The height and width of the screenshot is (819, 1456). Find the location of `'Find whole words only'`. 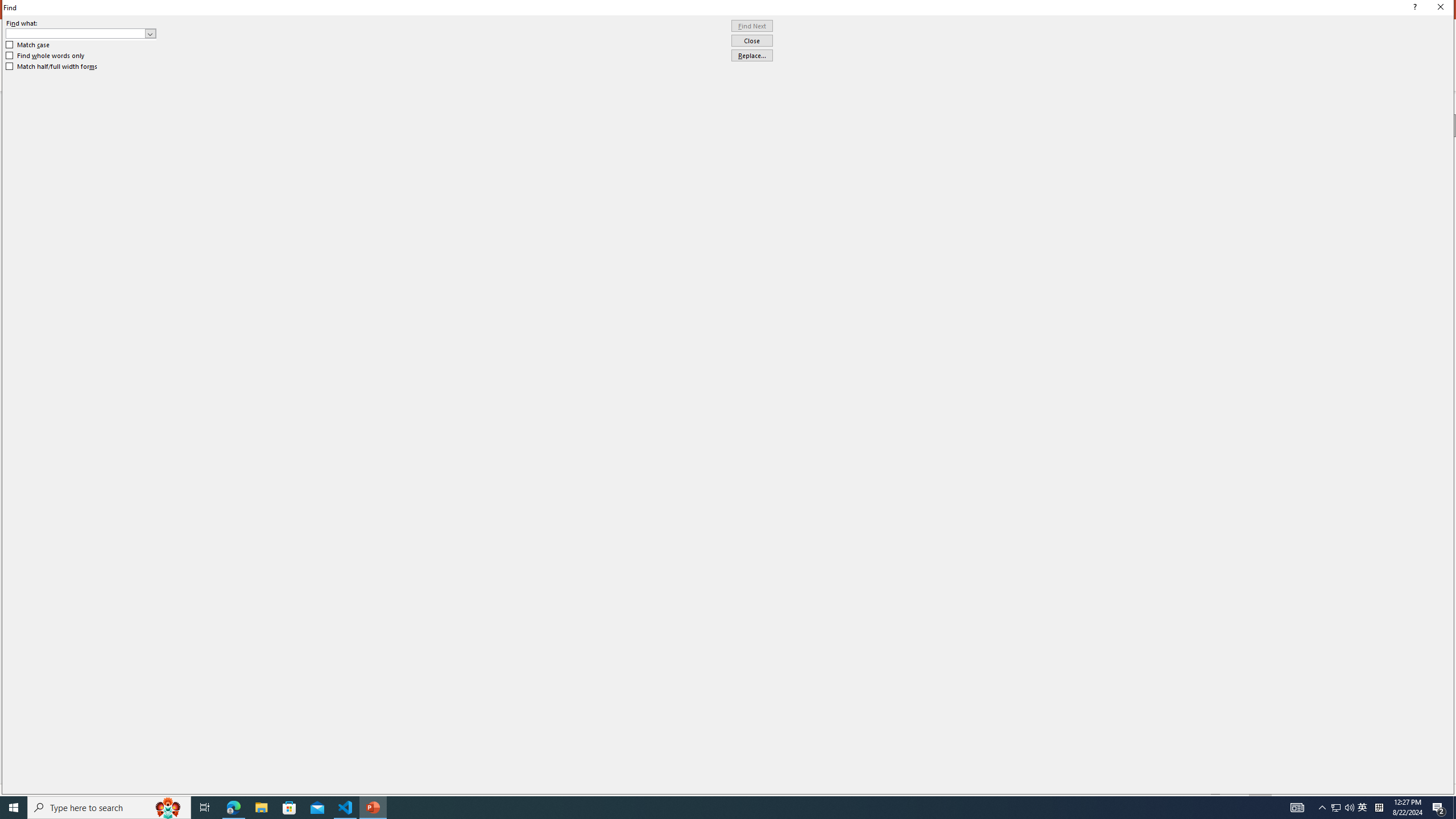

'Find whole words only' is located at coordinates (45, 55).